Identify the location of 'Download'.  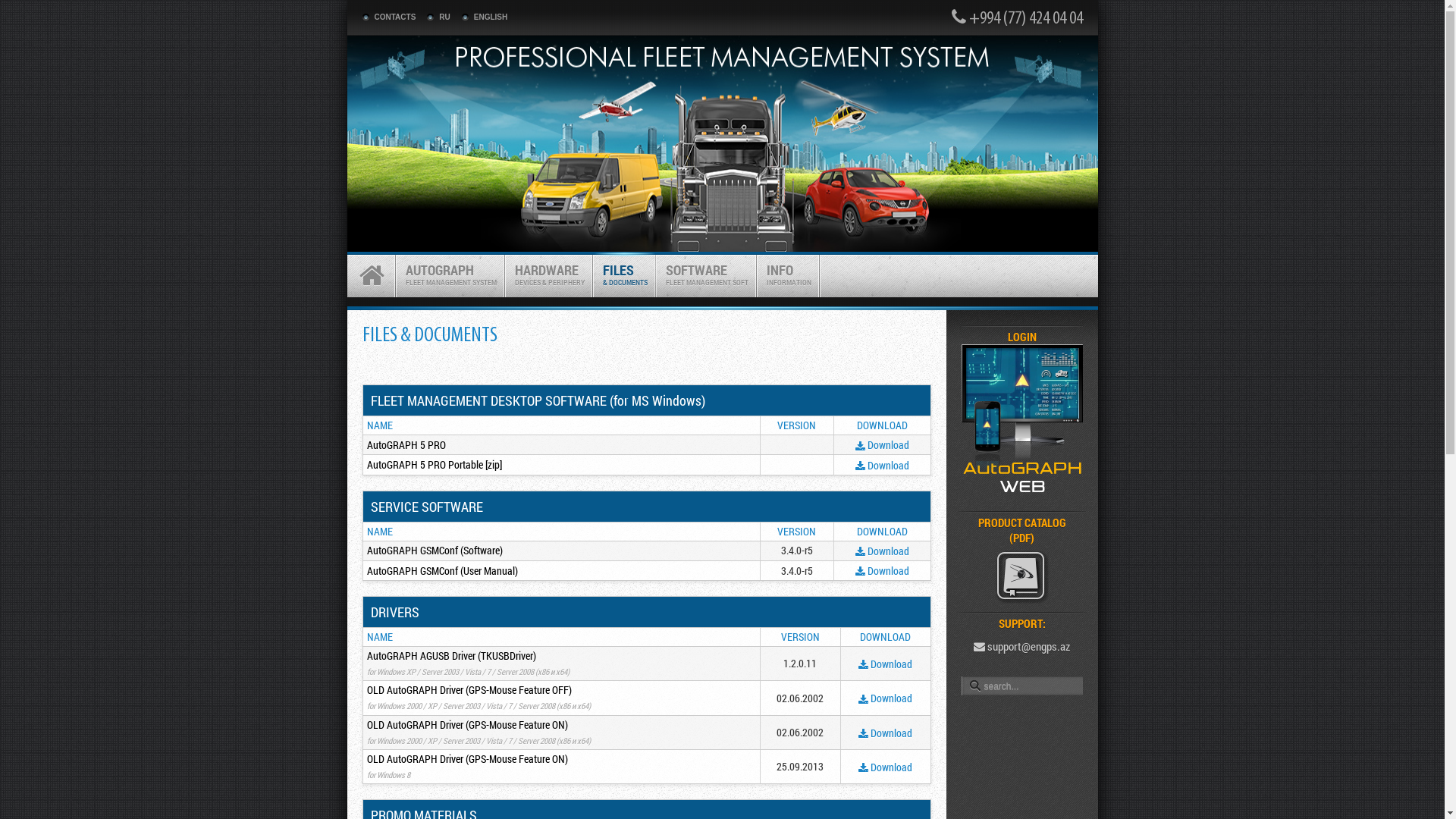
(882, 444).